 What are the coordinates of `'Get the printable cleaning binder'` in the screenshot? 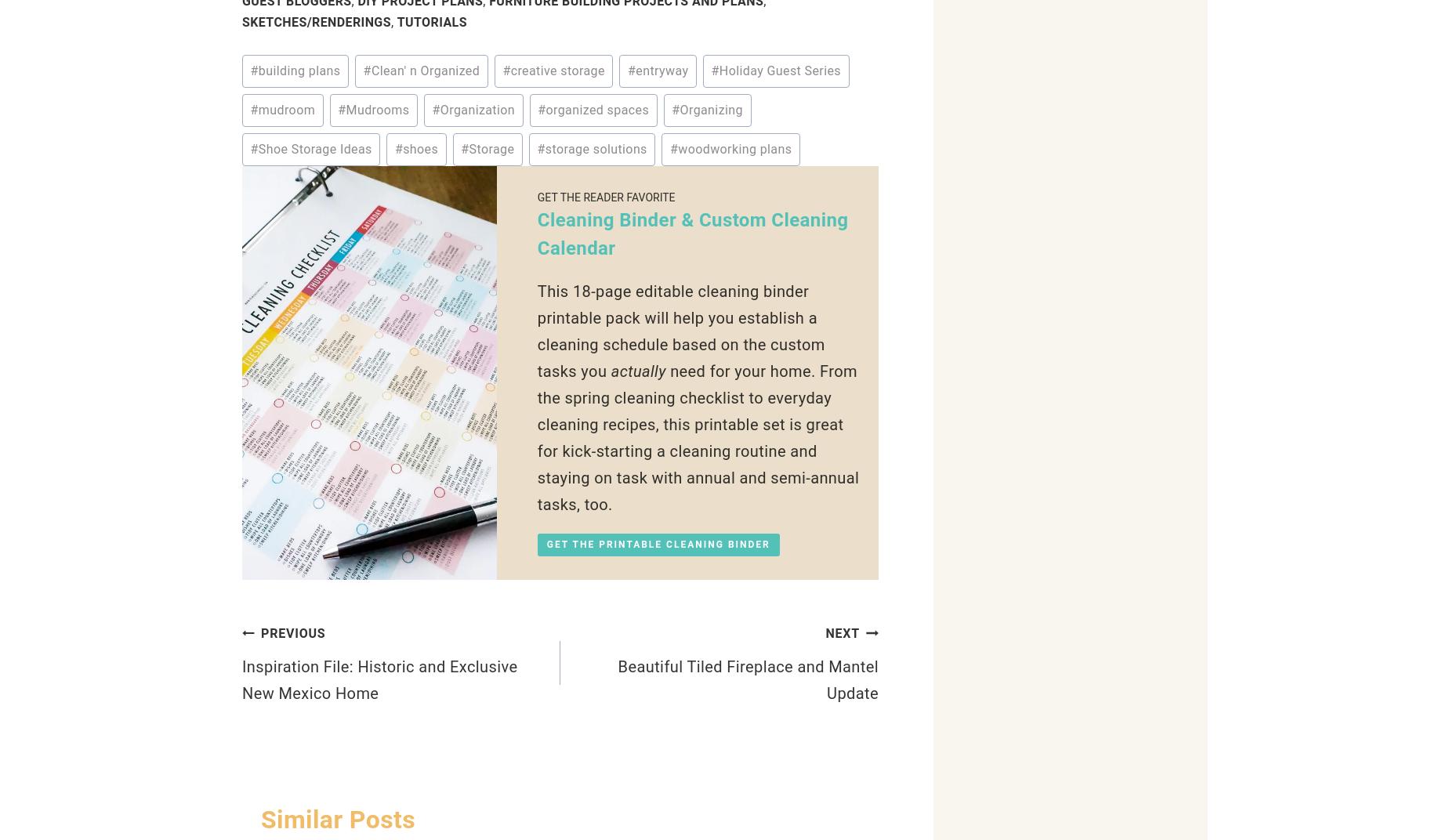 It's located at (658, 543).